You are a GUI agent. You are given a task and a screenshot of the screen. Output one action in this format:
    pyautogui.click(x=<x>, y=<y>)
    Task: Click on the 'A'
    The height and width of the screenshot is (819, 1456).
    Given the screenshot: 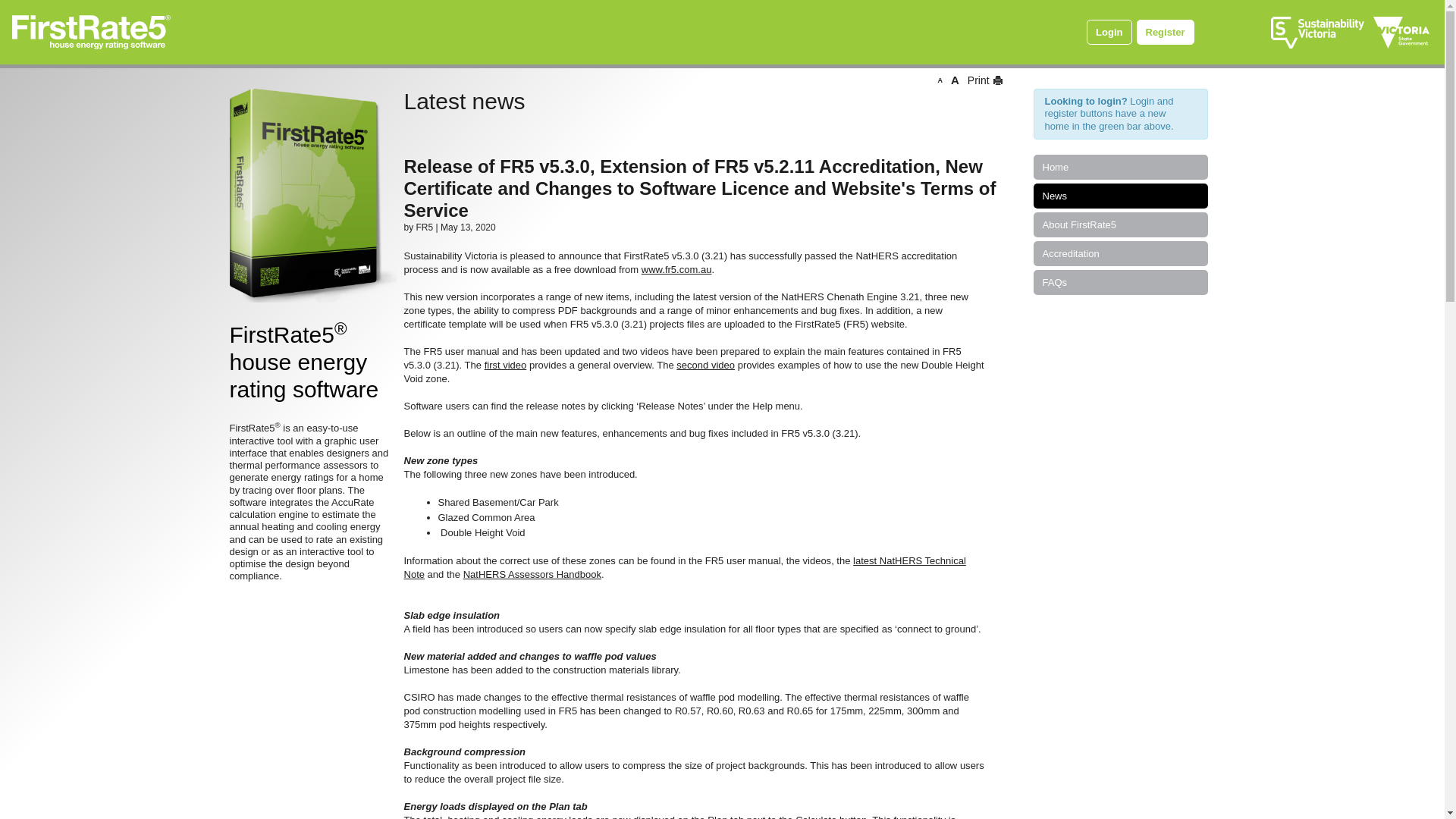 What is the action you would take?
    pyautogui.click(x=937, y=80)
    